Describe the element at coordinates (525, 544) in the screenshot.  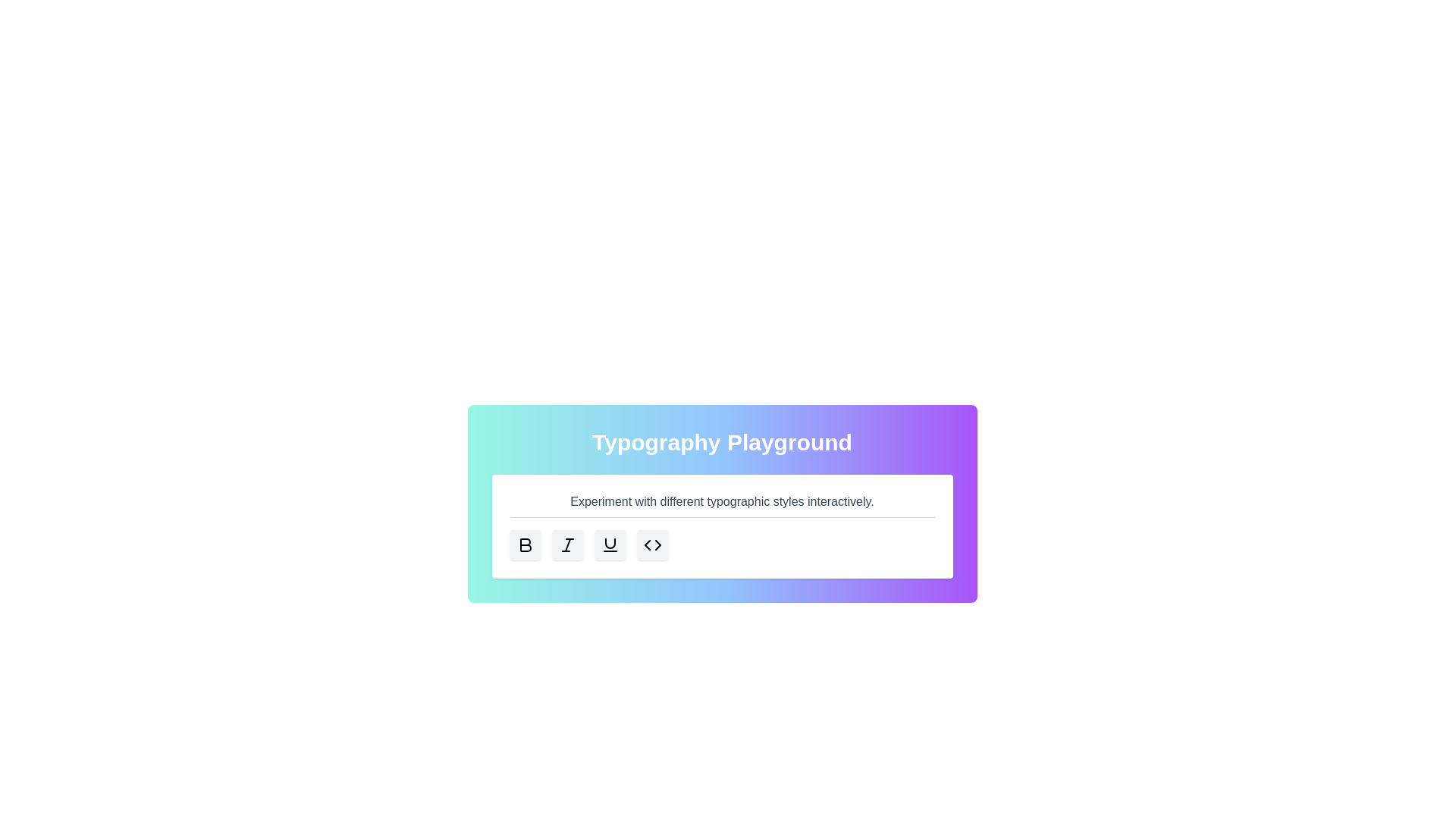
I see `the light gray square button with rounded corners and a black 'B' icon` at that location.